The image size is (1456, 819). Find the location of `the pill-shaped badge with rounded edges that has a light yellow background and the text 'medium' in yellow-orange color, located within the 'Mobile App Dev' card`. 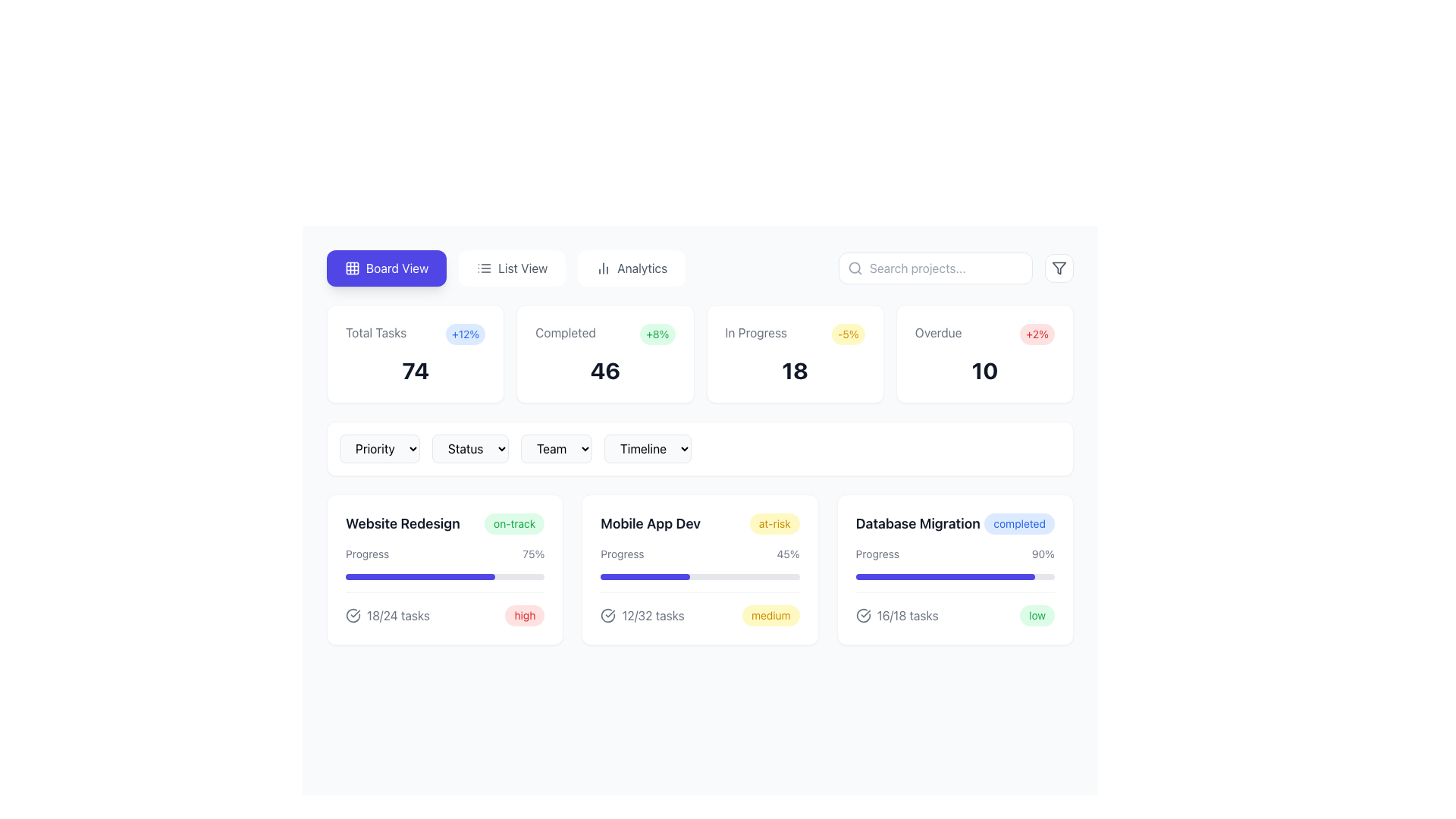

the pill-shaped badge with rounded edges that has a light yellow background and the text 'medium' in yellow-orange color, located within the 'Mobile App Dev' card is located at coordinates (770, 616).